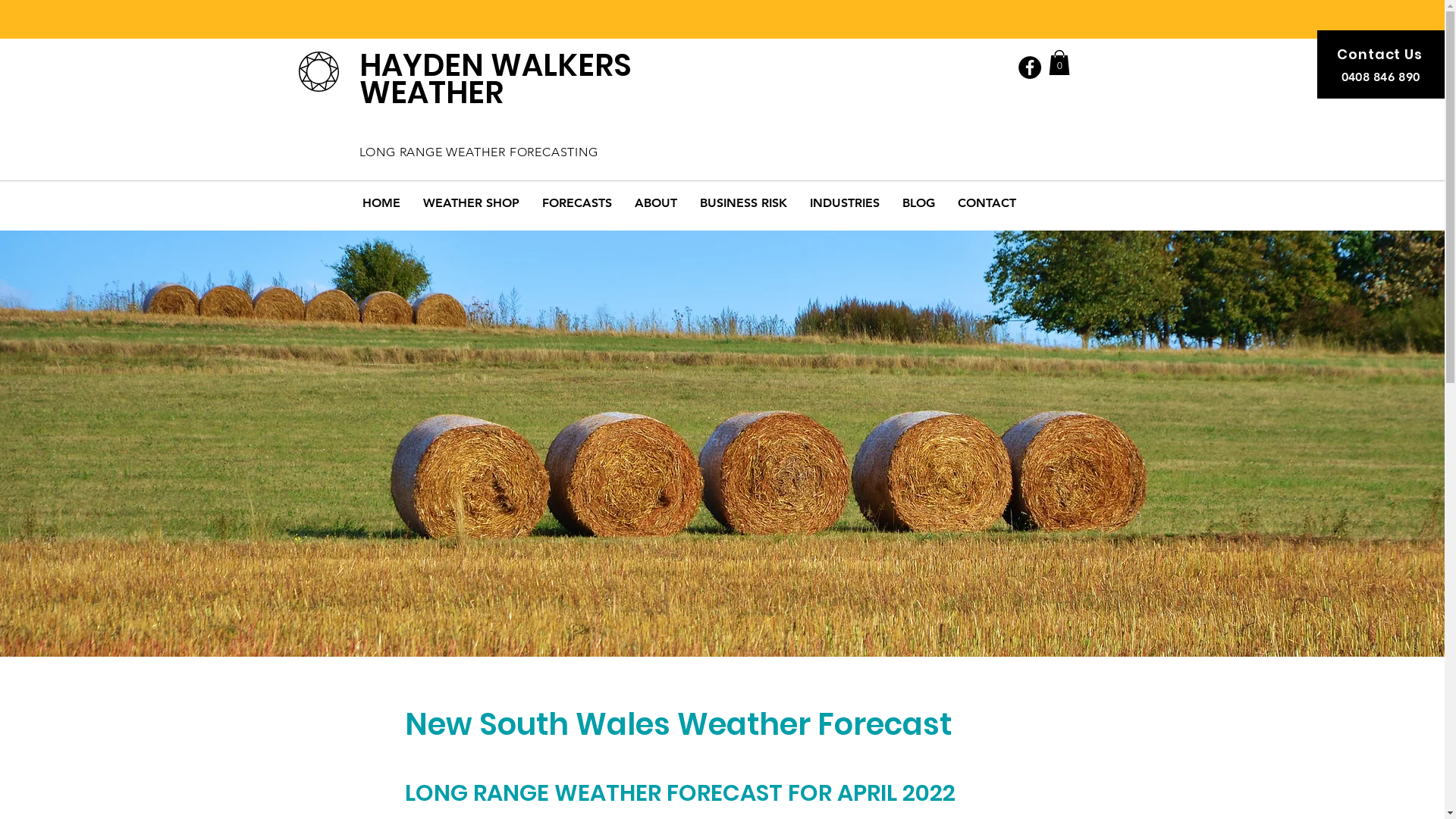  Describe the element at coordinates (843, 202) in the screenshot. I see `'INDUSTRIES'` at that location.